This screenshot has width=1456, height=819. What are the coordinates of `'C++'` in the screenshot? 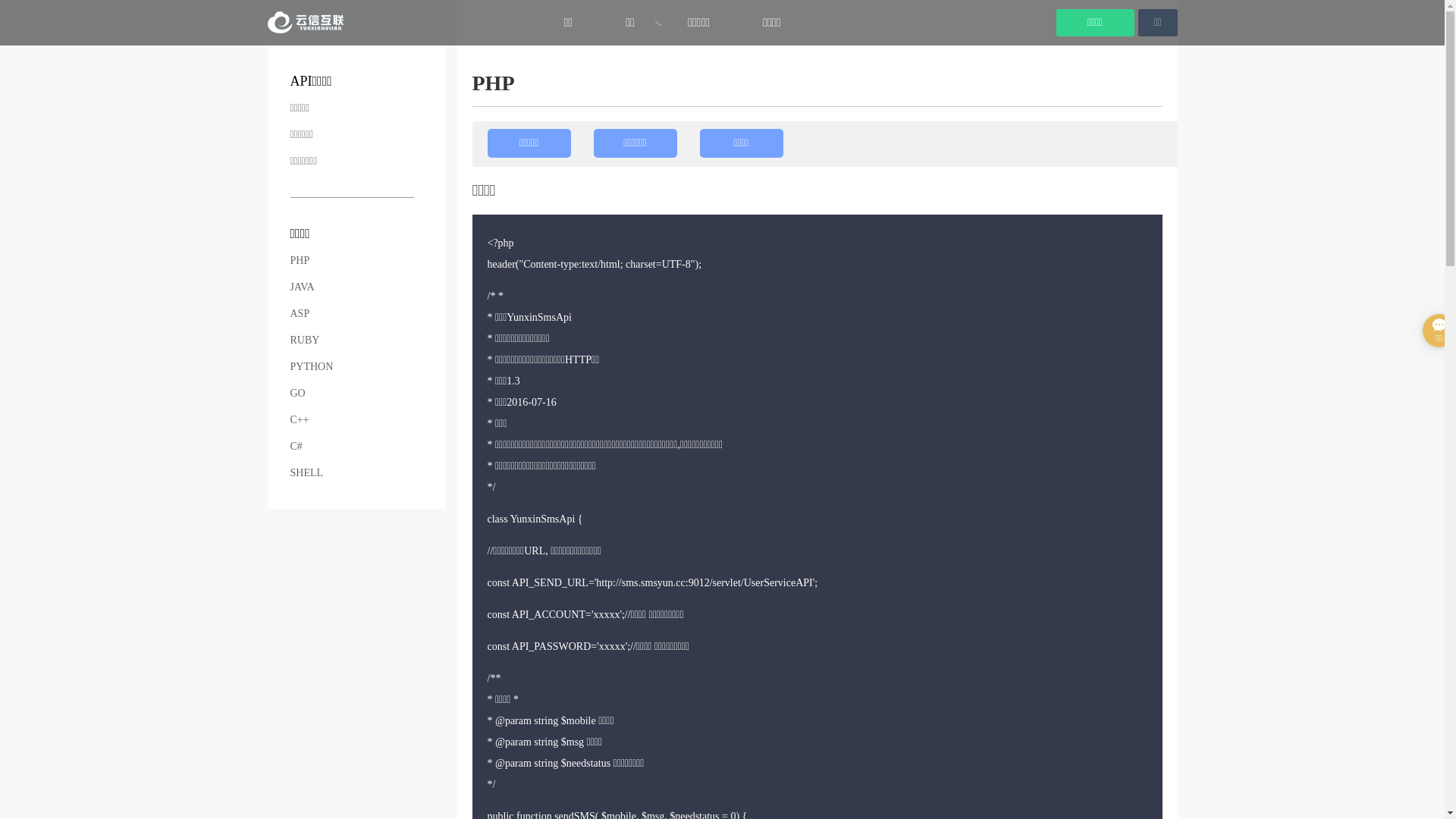 It's located at (290, 419).